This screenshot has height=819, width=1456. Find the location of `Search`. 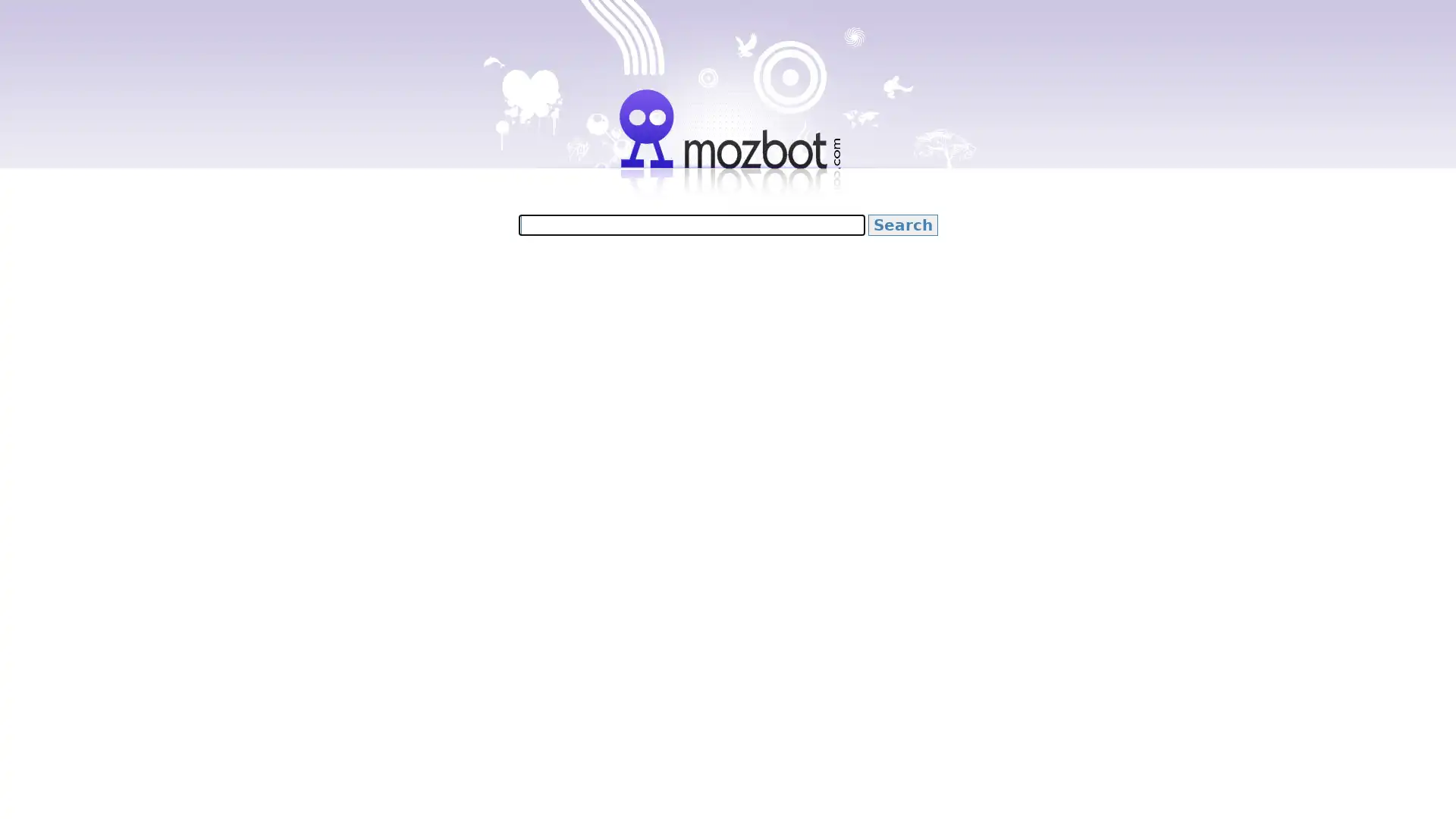

Search is located at coordinates (902, 225).